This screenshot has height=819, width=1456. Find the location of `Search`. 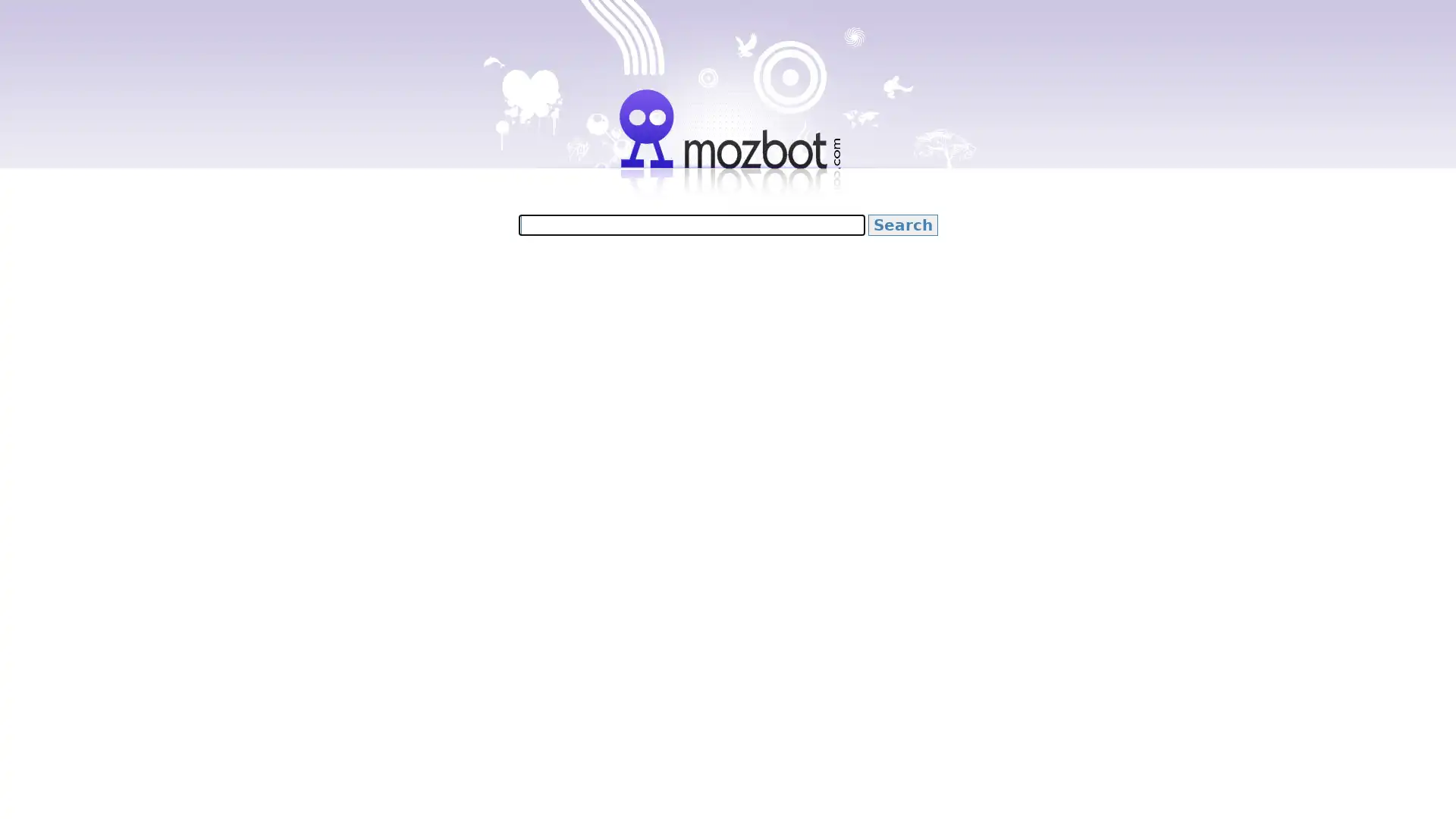

Search is located at coordinates (902, 225).